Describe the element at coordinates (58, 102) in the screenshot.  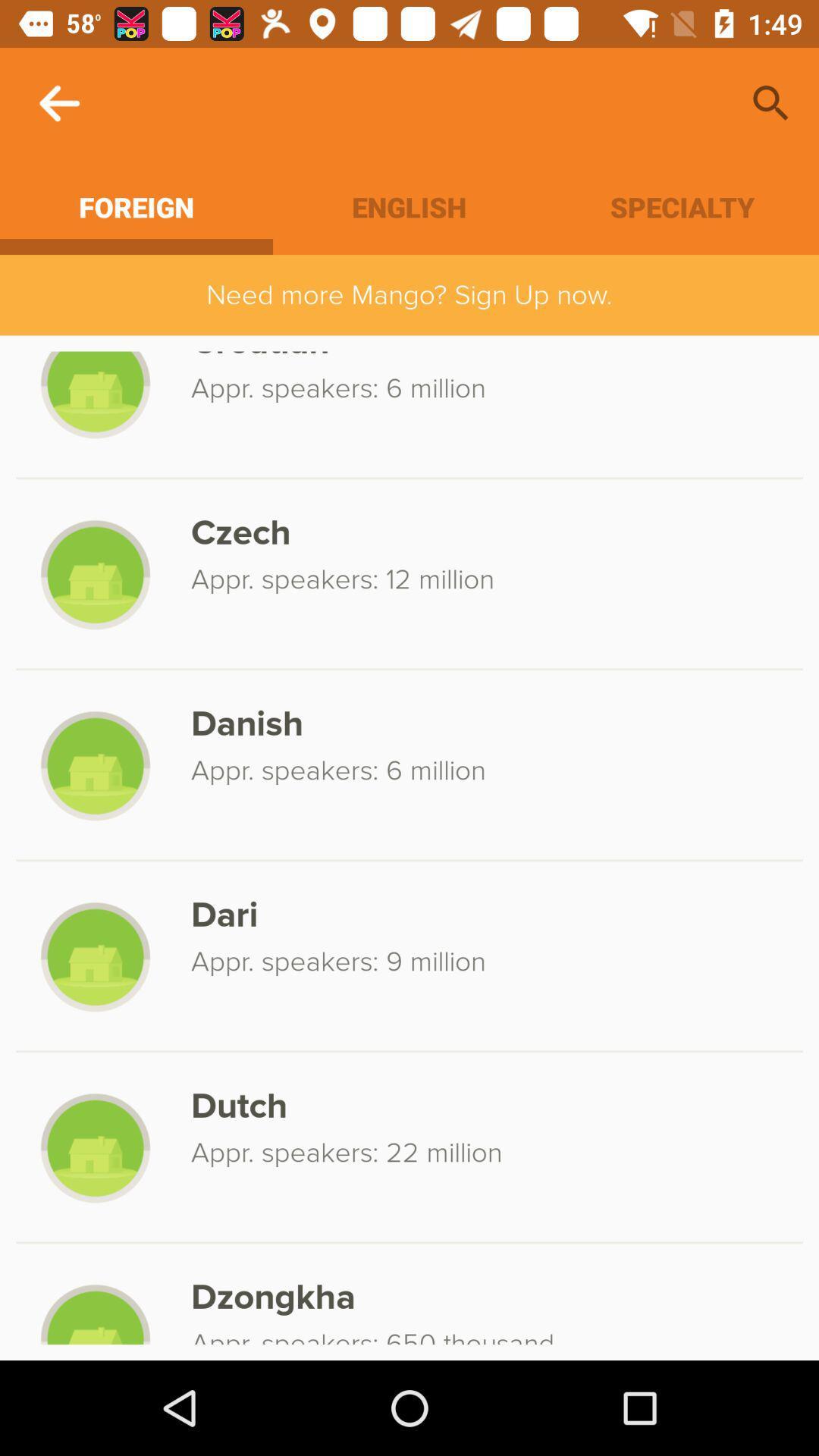
I see `icon above foreign icon` at that location.